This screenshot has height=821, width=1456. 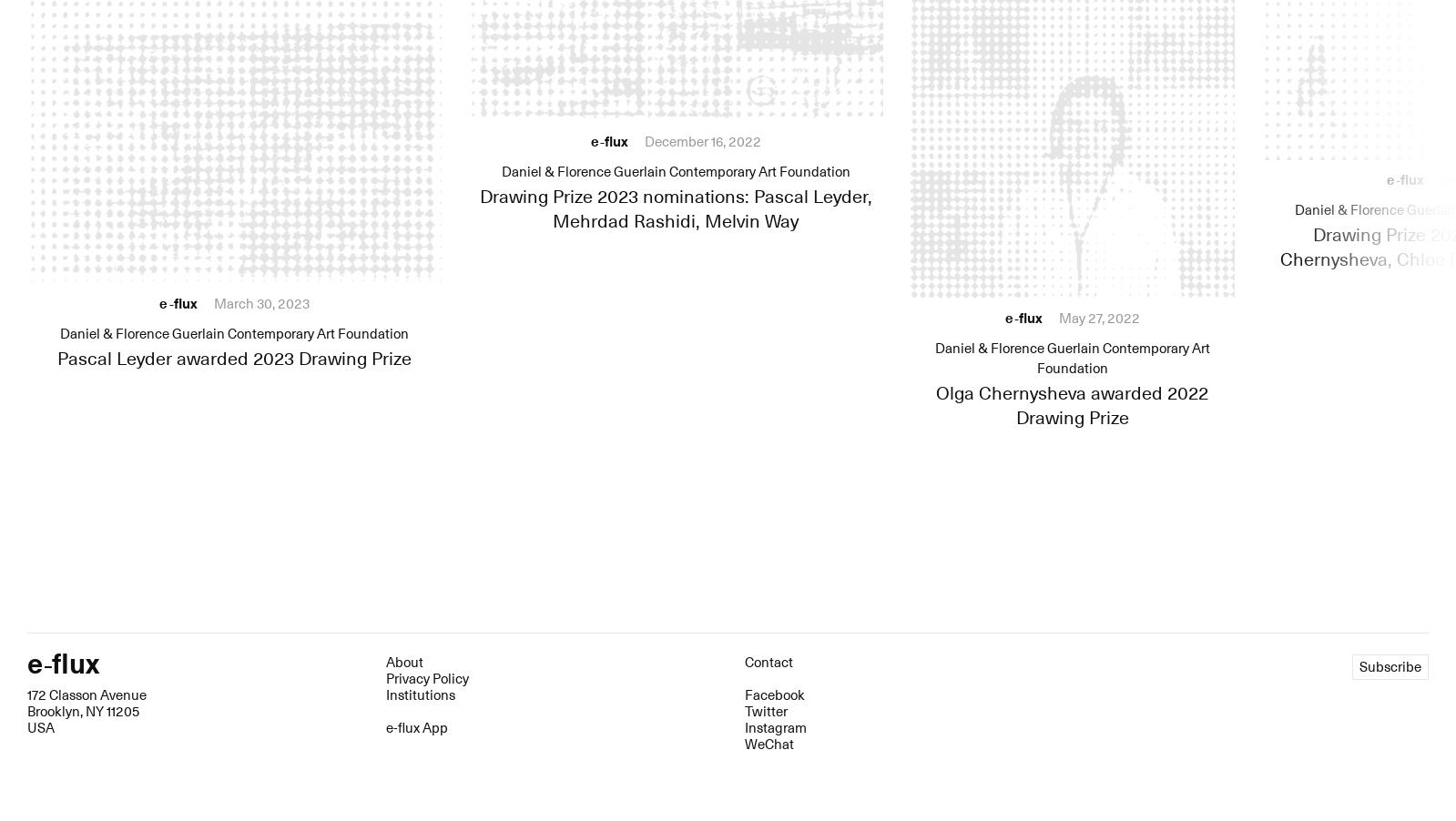 What do you see at coordinates (1071, 405) in the screenshot?
I see `'Olga Chernysheva awarded 2022 Drawing Prize'` at bounding box center [1071, 405].